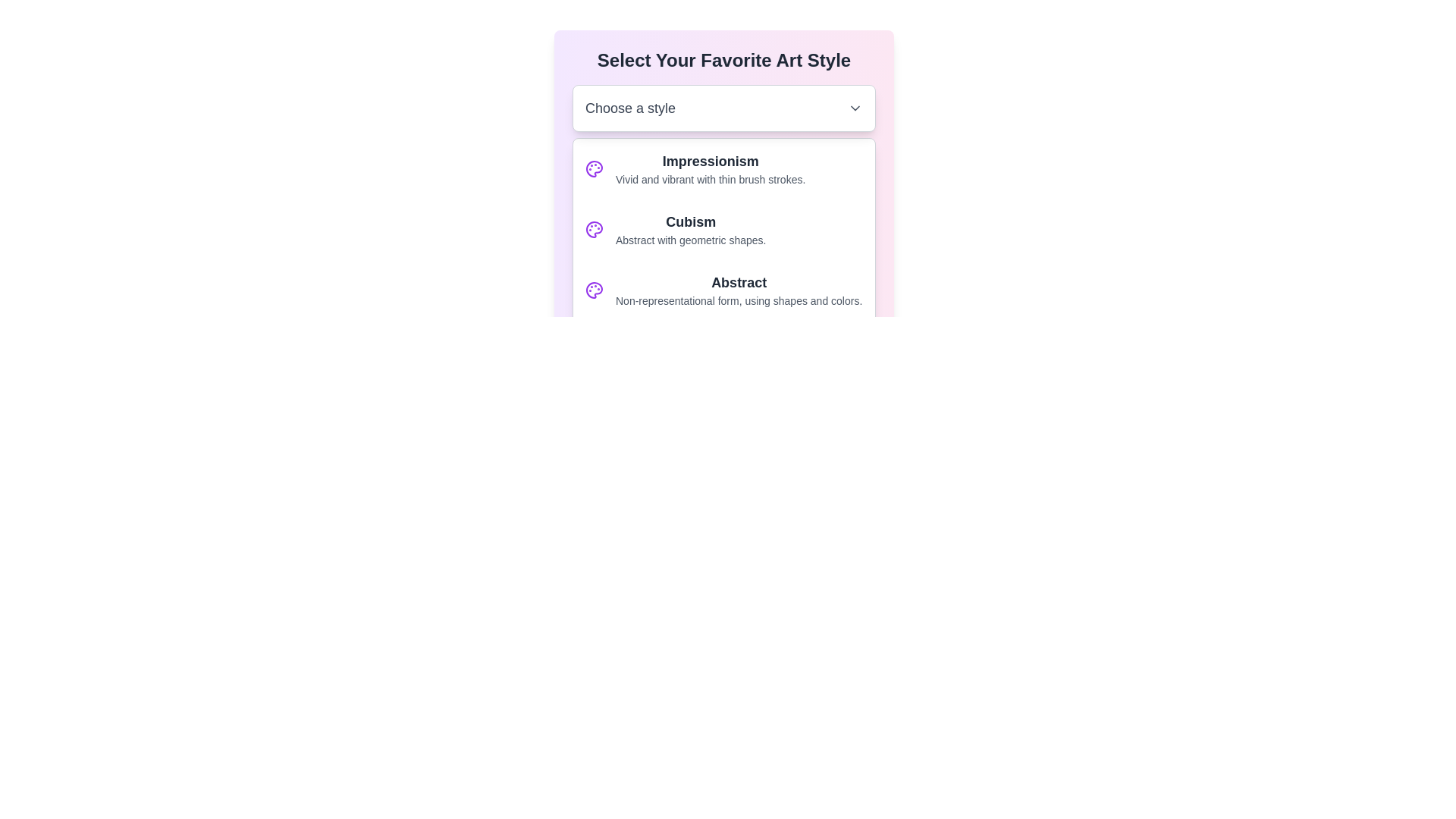 The image size is (1456, 819). I want to click on the dropdown menu icon located on the right side of the 'Choose a style' label, so click(855, 107).